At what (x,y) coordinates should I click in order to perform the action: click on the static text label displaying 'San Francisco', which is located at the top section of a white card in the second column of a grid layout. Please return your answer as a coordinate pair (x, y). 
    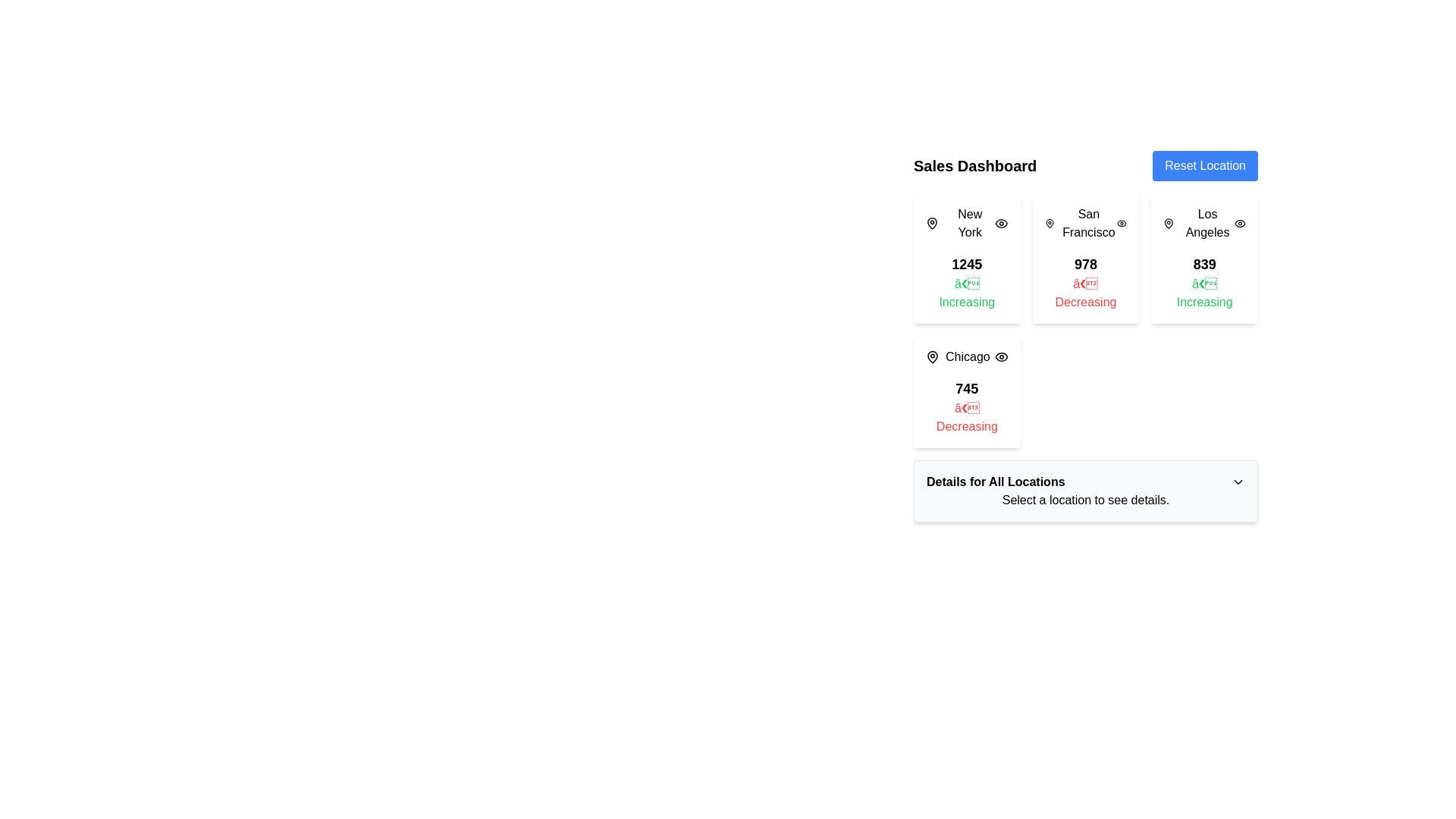
    Looking at the image, I should click on (1084, 223).